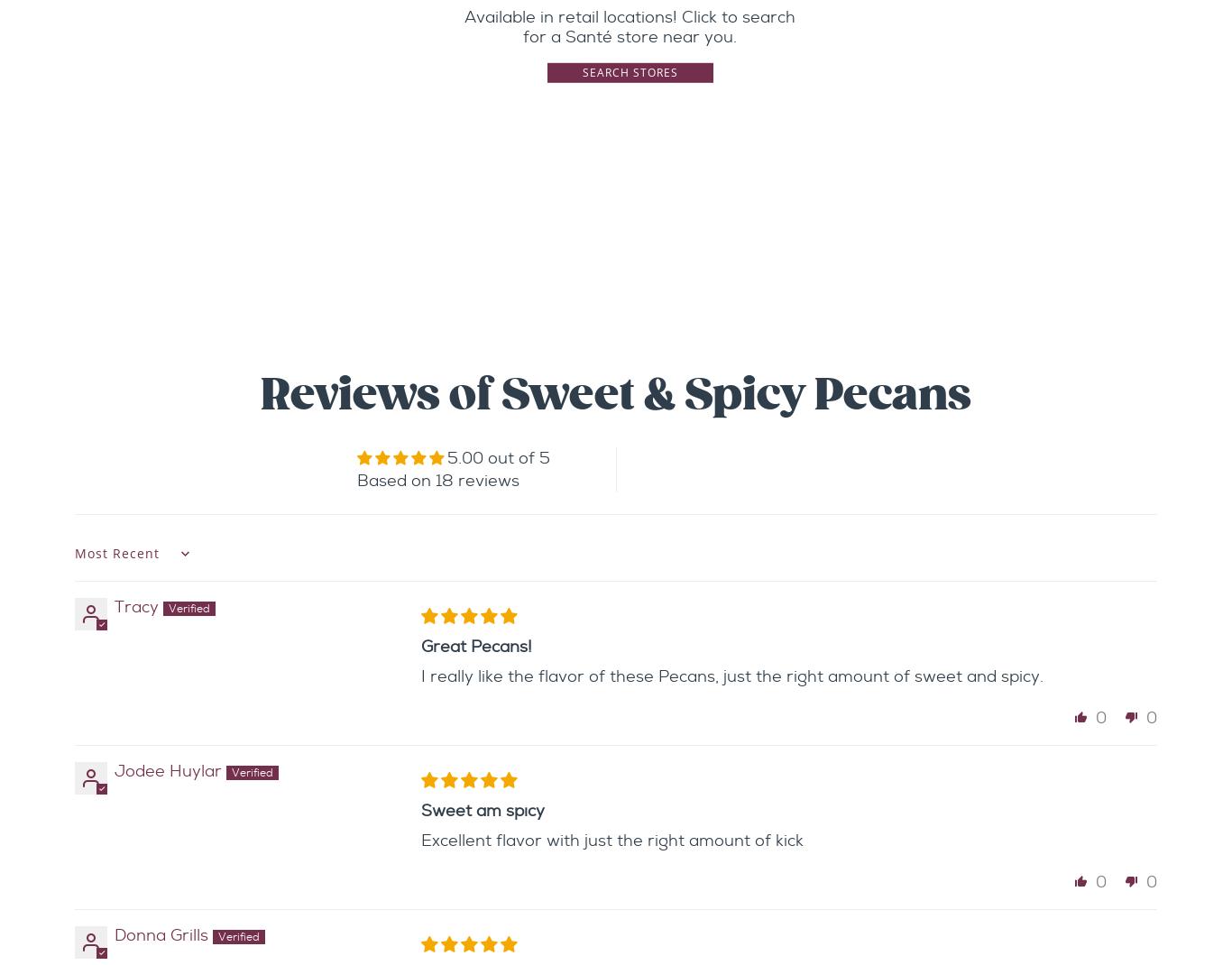 The height and width of the screenshot is (965, 1232). I want to click on 'Great Pecans!', so click(421, 646).